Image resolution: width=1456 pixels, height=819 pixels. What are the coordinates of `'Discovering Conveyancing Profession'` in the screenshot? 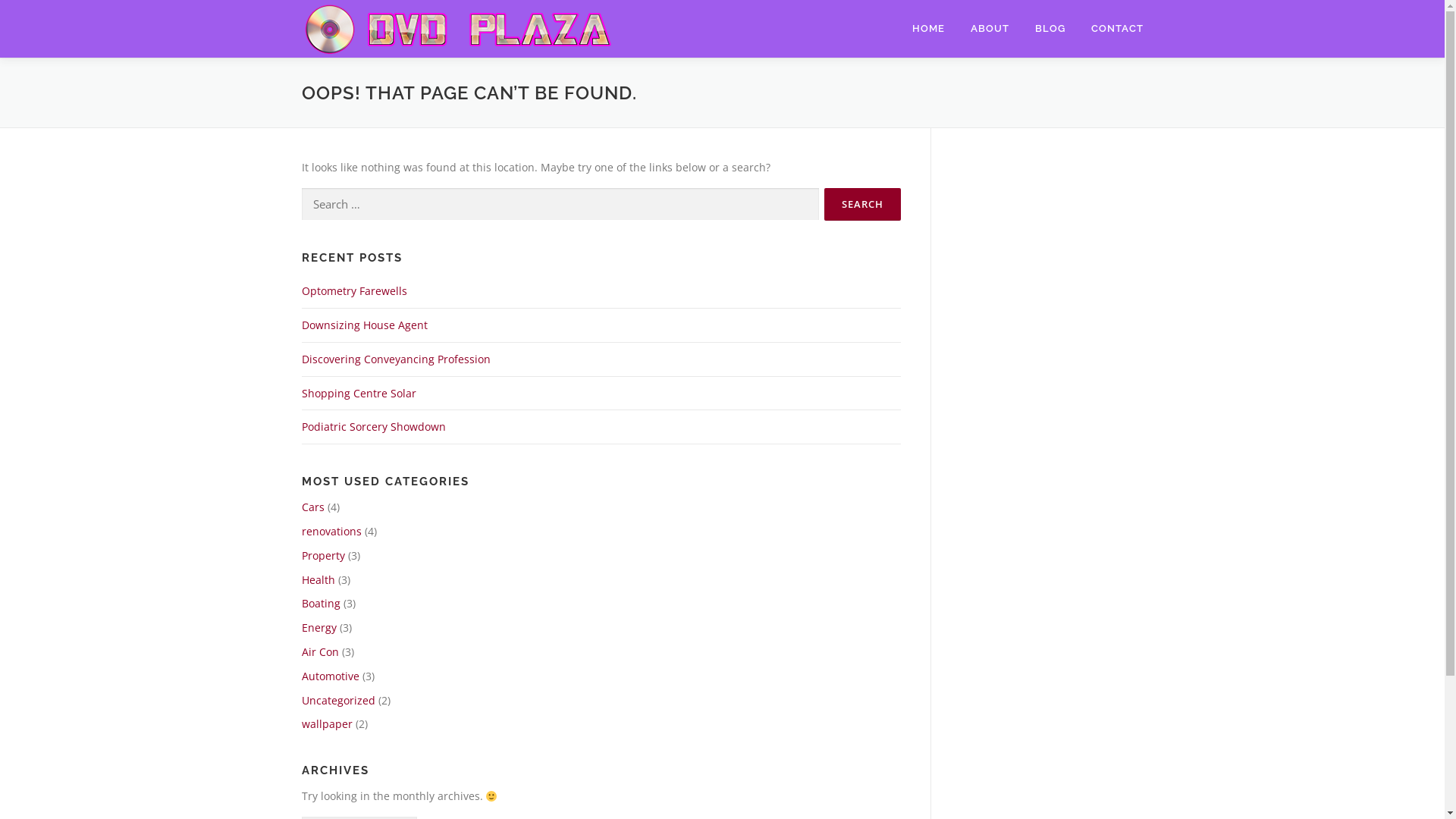 It's located at (396, 359).